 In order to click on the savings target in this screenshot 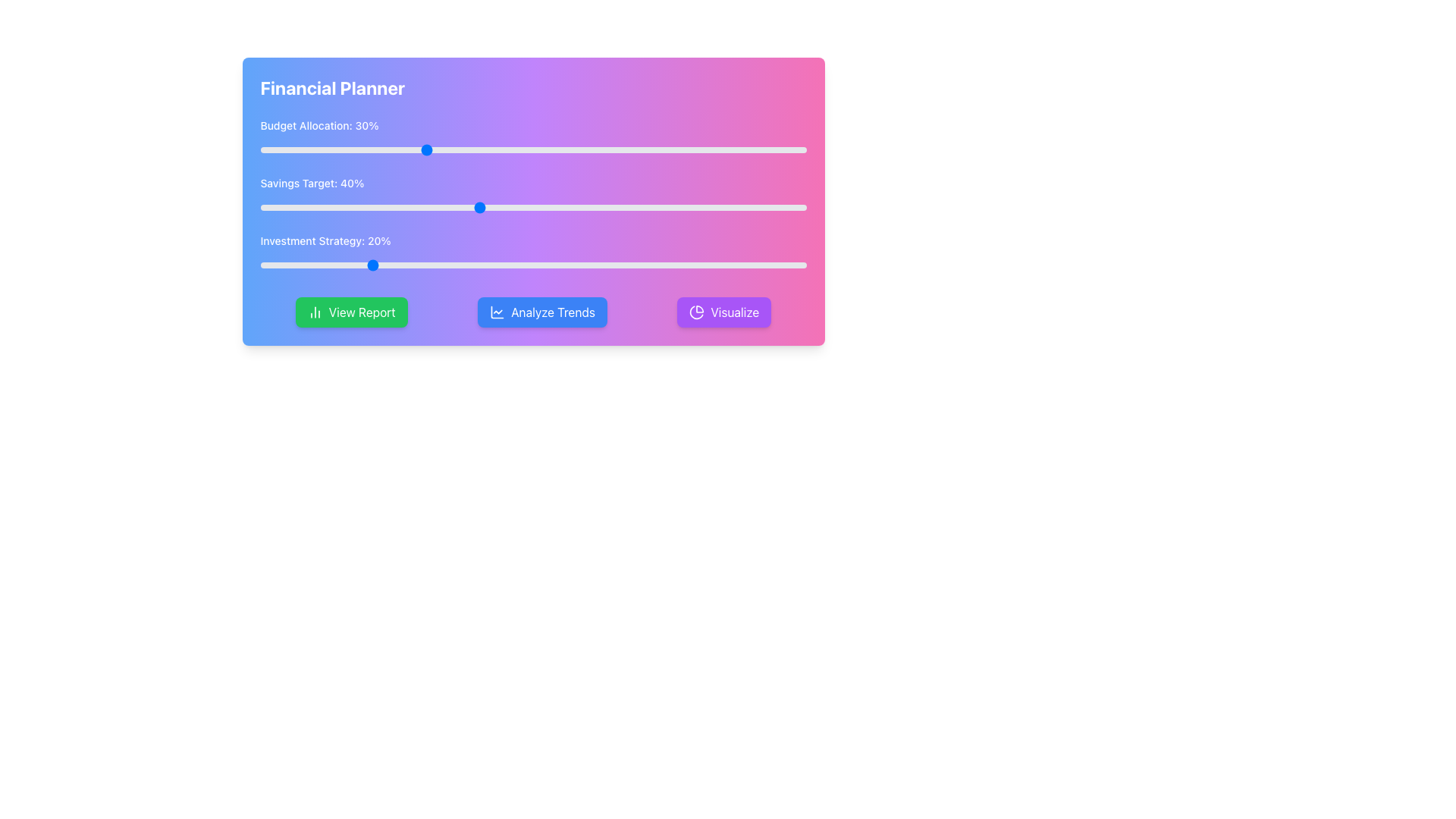, I will do `click(287, 207)`.